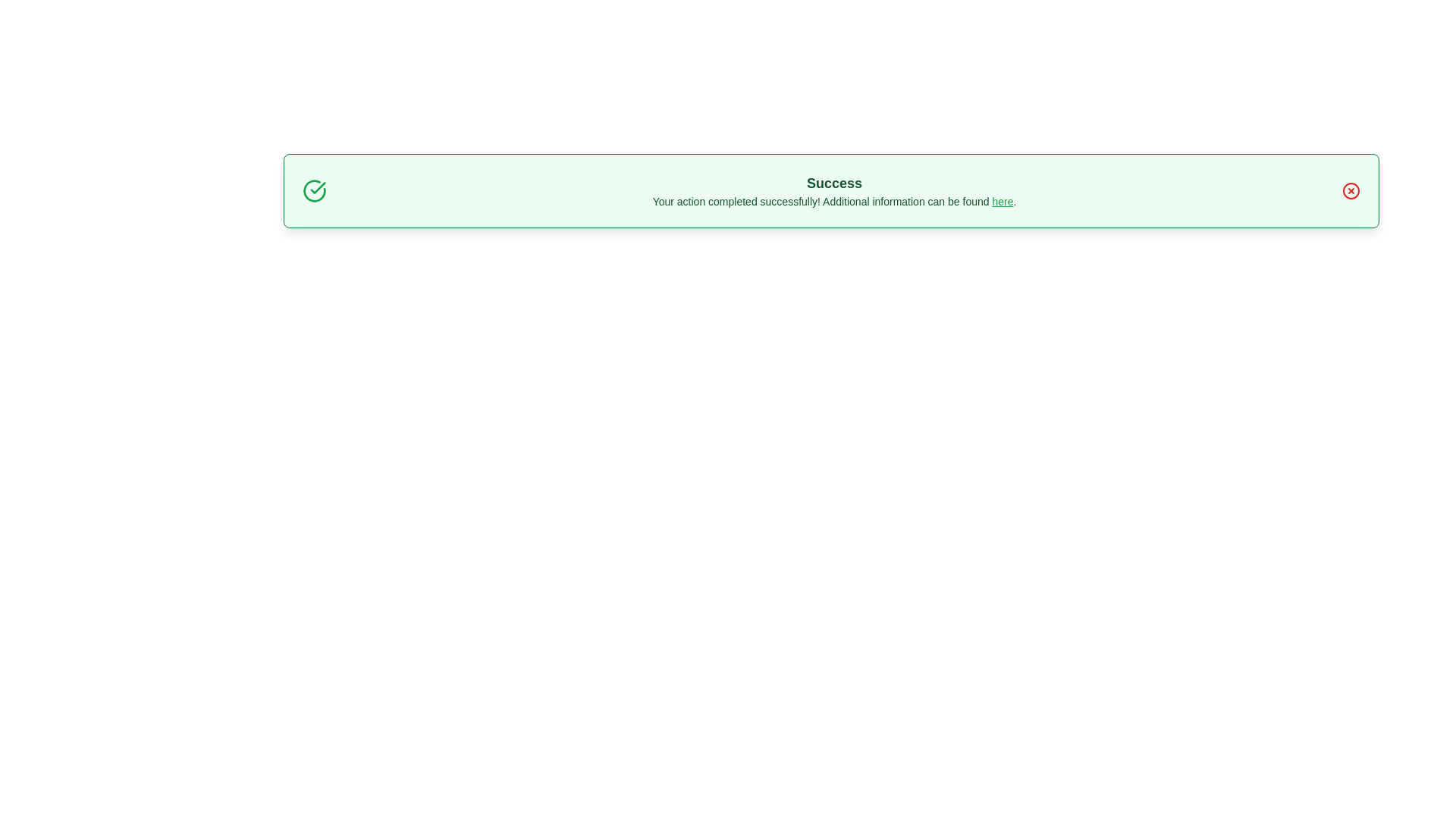  I want to click on the link labeled 'here' to access additional information, so click(1002, 201).